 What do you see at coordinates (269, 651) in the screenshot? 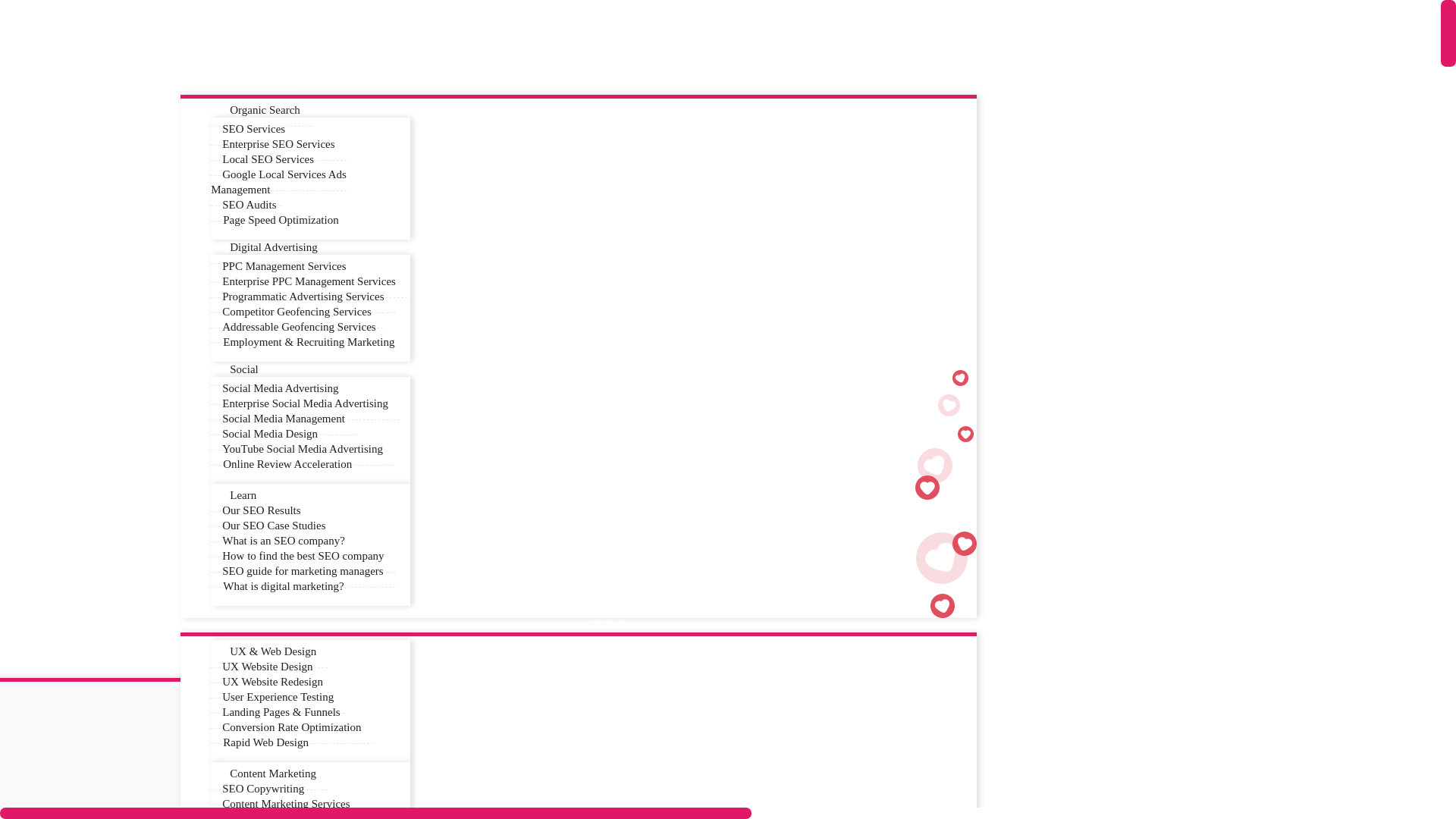
I see `'UX & Web Design'` at bounding box center [269, 651].